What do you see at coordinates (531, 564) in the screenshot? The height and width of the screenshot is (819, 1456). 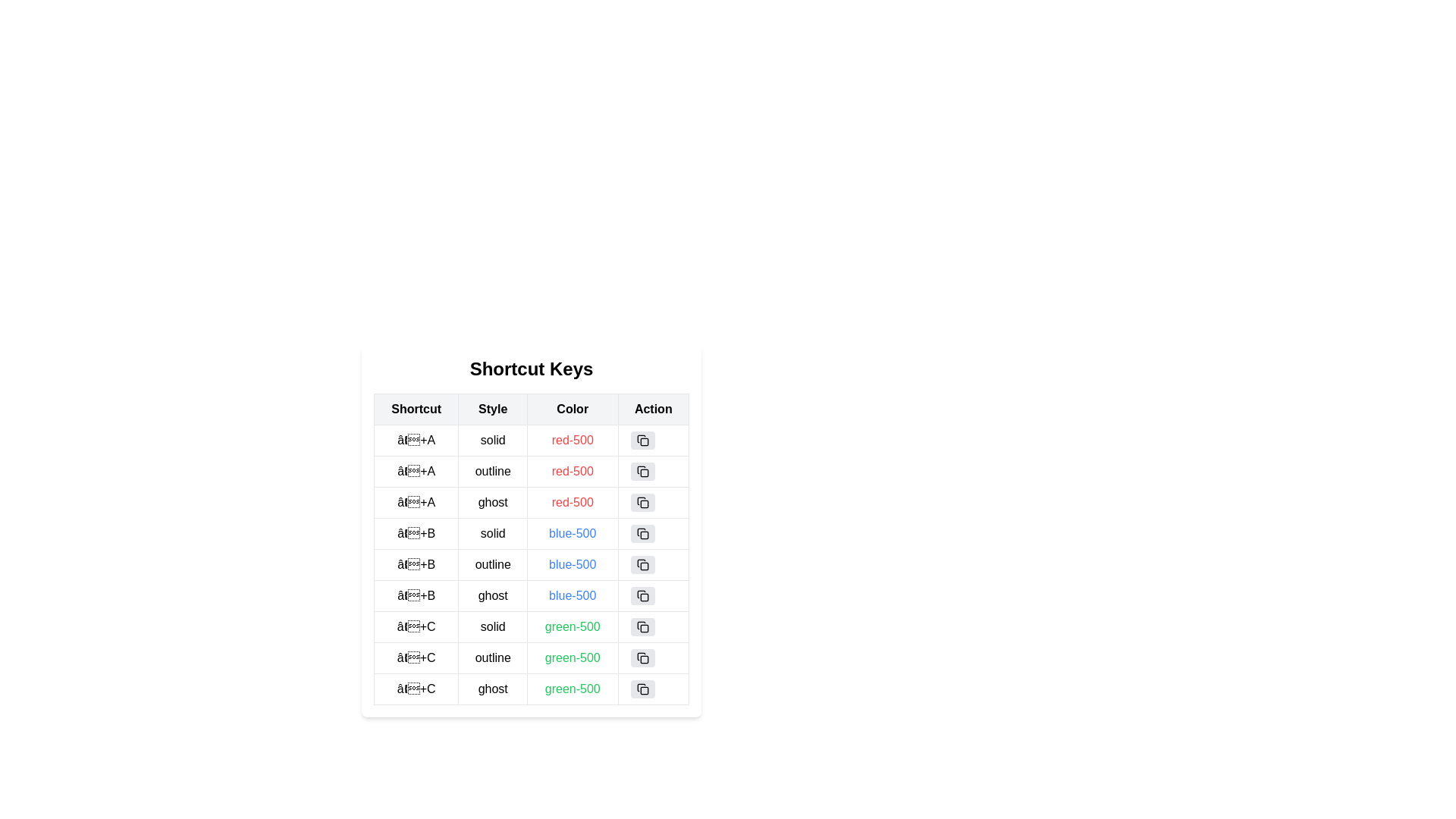 I see `to select the sixth row of the data grid, which represents the shortcut key '⌘+B' with style 'outline' and color 'blue-500'` at bounding box center [531, 564].